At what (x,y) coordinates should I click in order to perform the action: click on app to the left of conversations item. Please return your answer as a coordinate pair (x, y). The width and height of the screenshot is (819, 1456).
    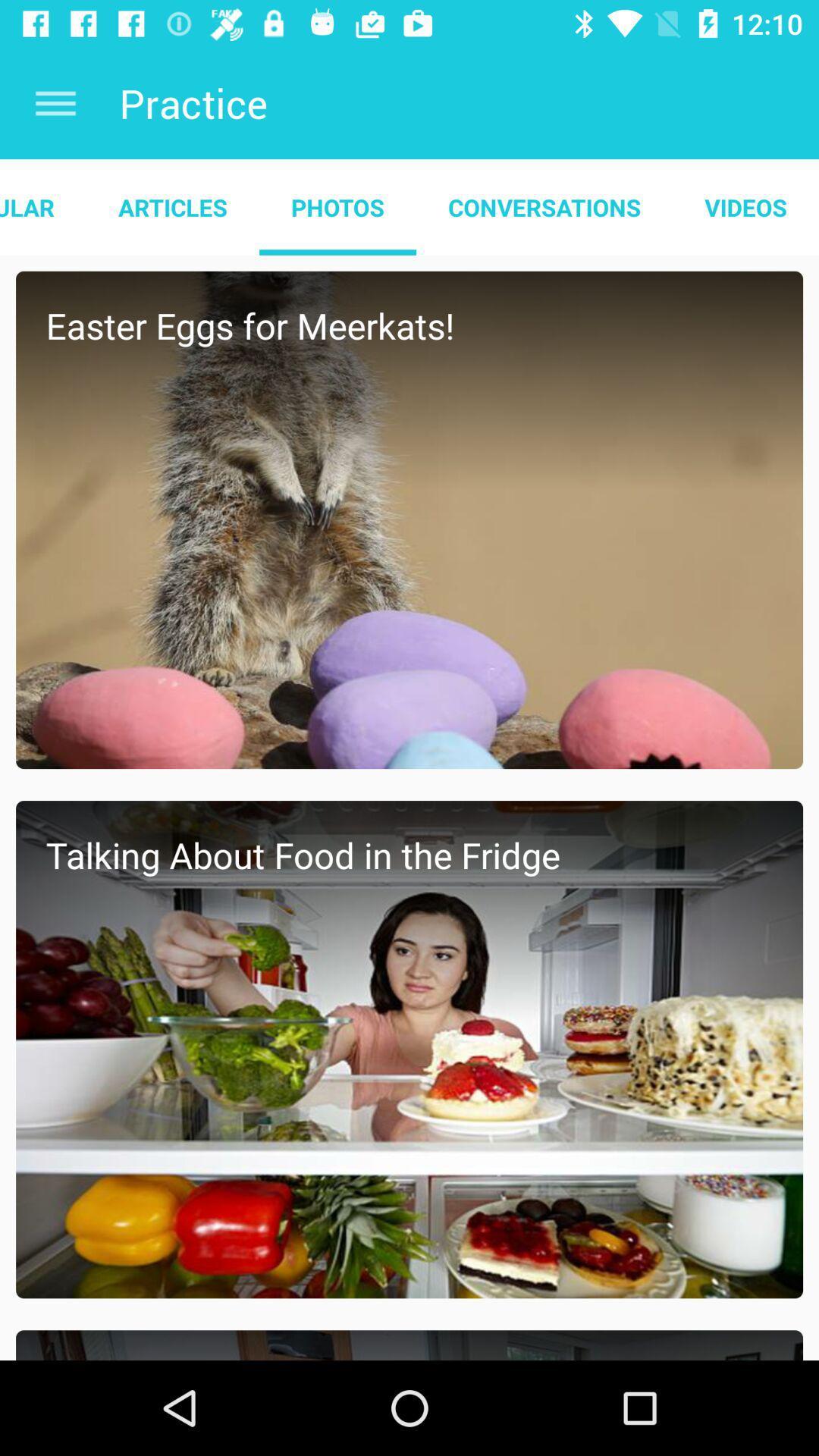
    Looking at the image, I should click on (337, 206).